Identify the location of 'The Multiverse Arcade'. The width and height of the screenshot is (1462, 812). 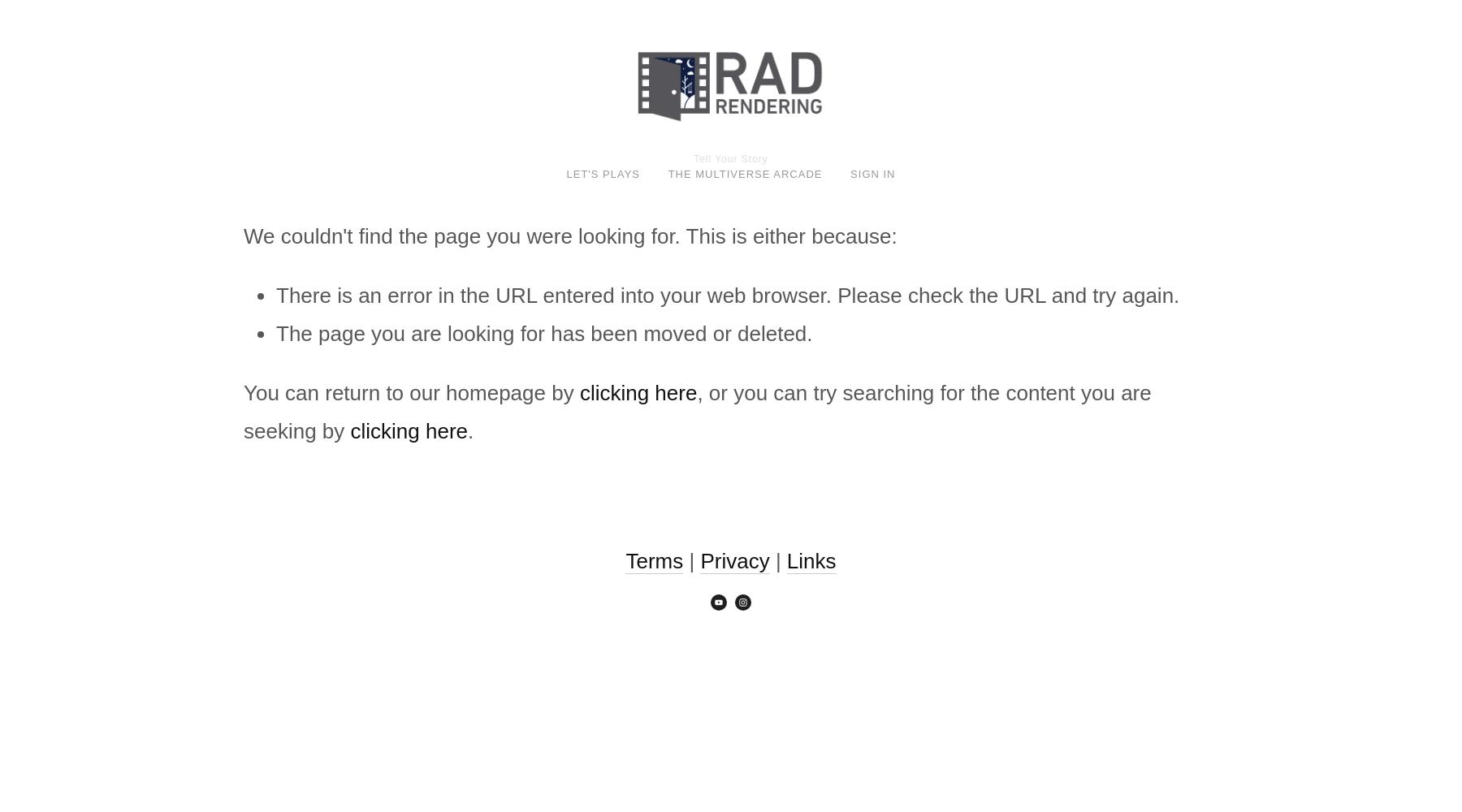
(743, 172).